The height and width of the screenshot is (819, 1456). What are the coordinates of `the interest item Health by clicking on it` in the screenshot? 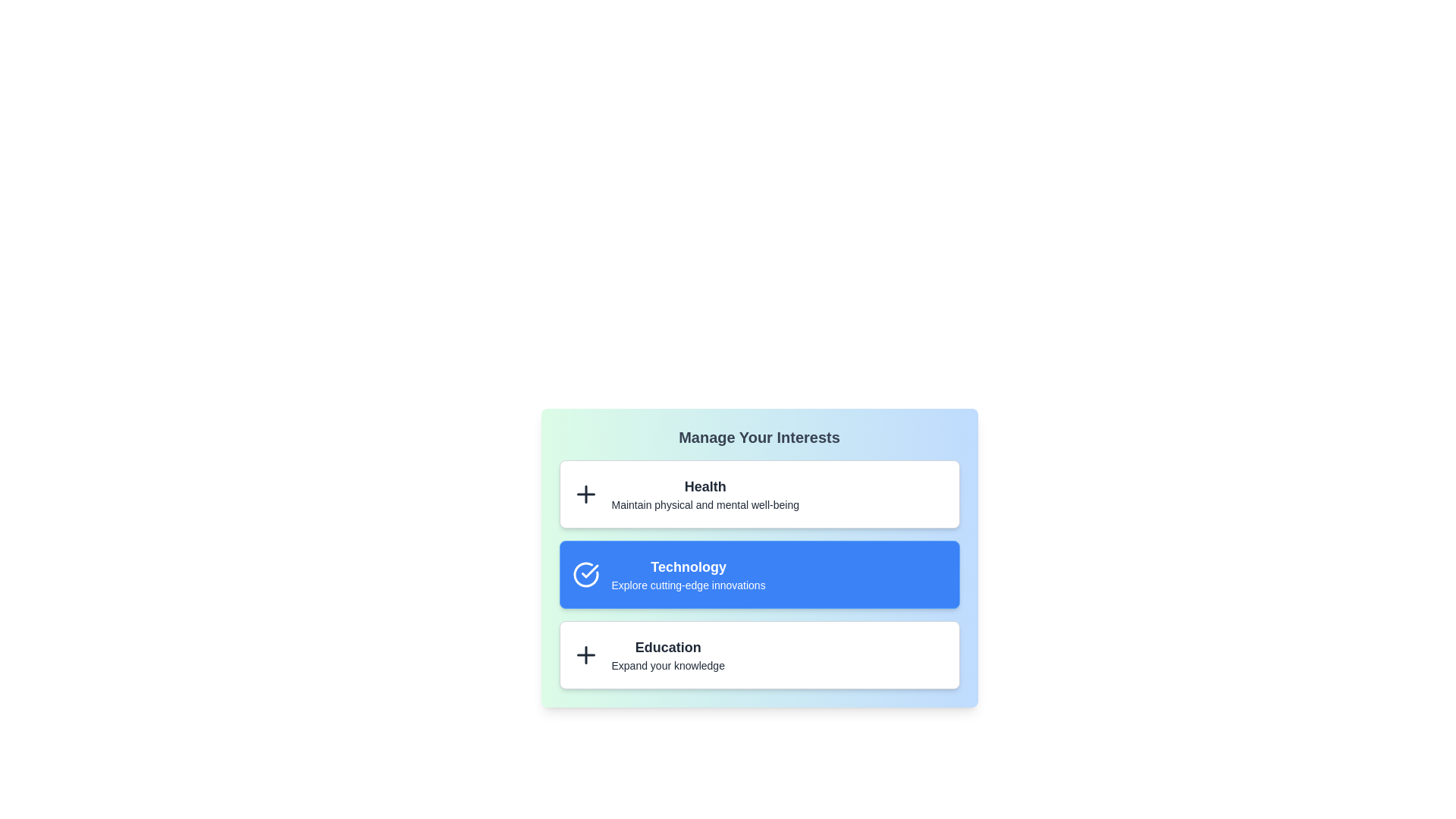 It's located at (759, 494).